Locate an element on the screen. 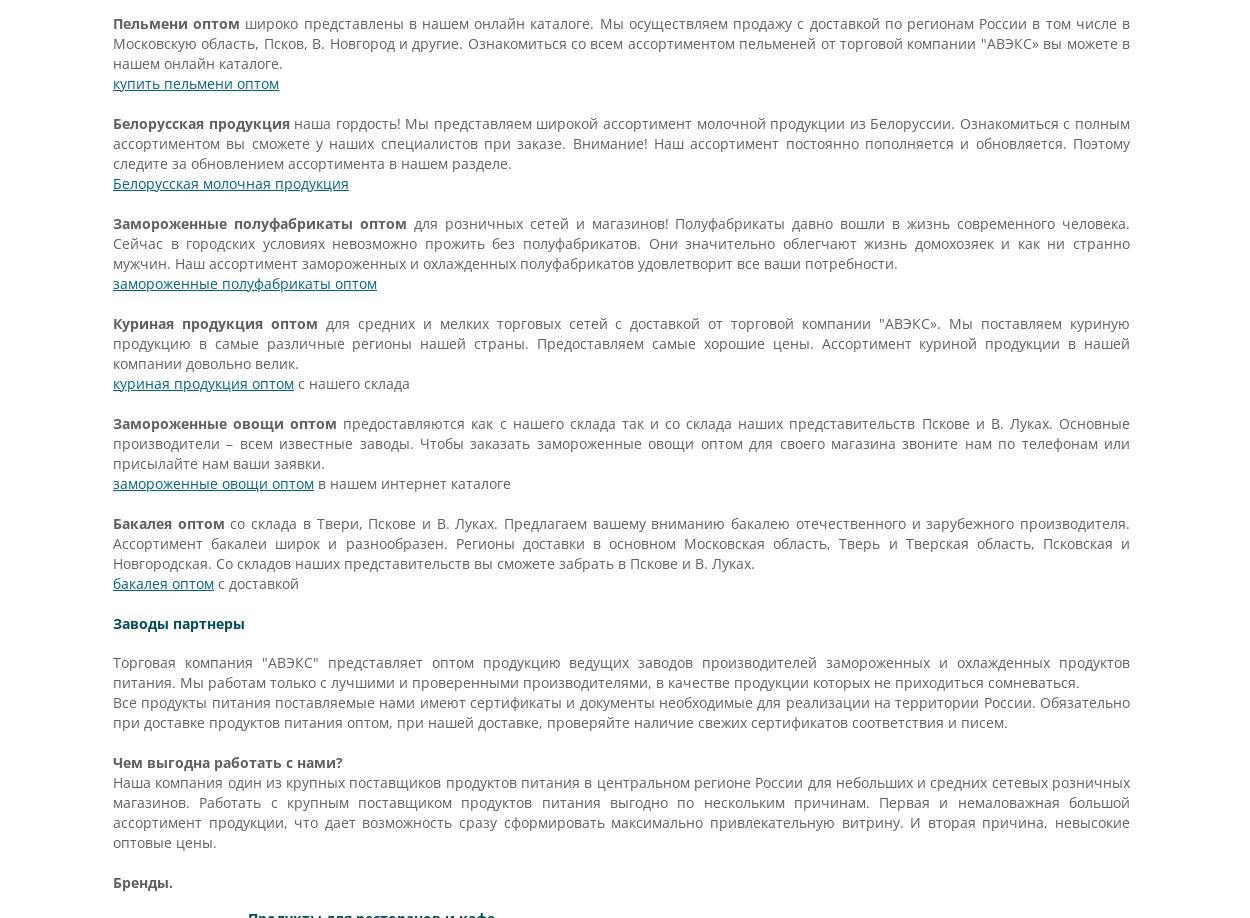  'широко представлены в нашем онлайн каталоге. Мы осуществляем продажу с доставкой по регионам России в том числе в Московскую область, Псков, В. Новгород и другие. Ознакомиться со всем ассортиментом пельменей от торговой компании "АВЭКС» вы можете в нашем онлайн каталоге.' is located at coordinates (620, 43).